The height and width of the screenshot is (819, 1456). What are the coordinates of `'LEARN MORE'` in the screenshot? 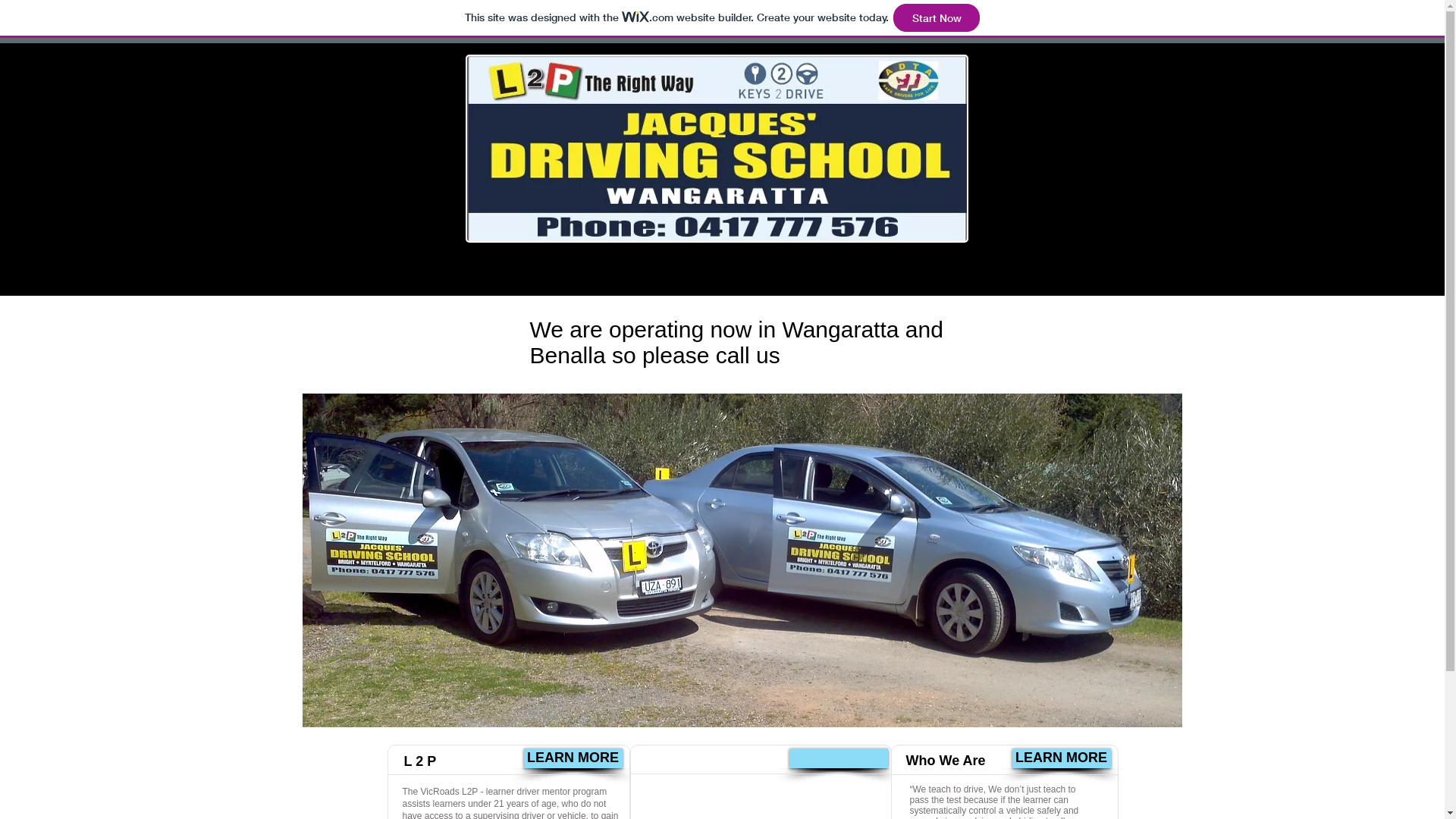 It's located at (571, 758).